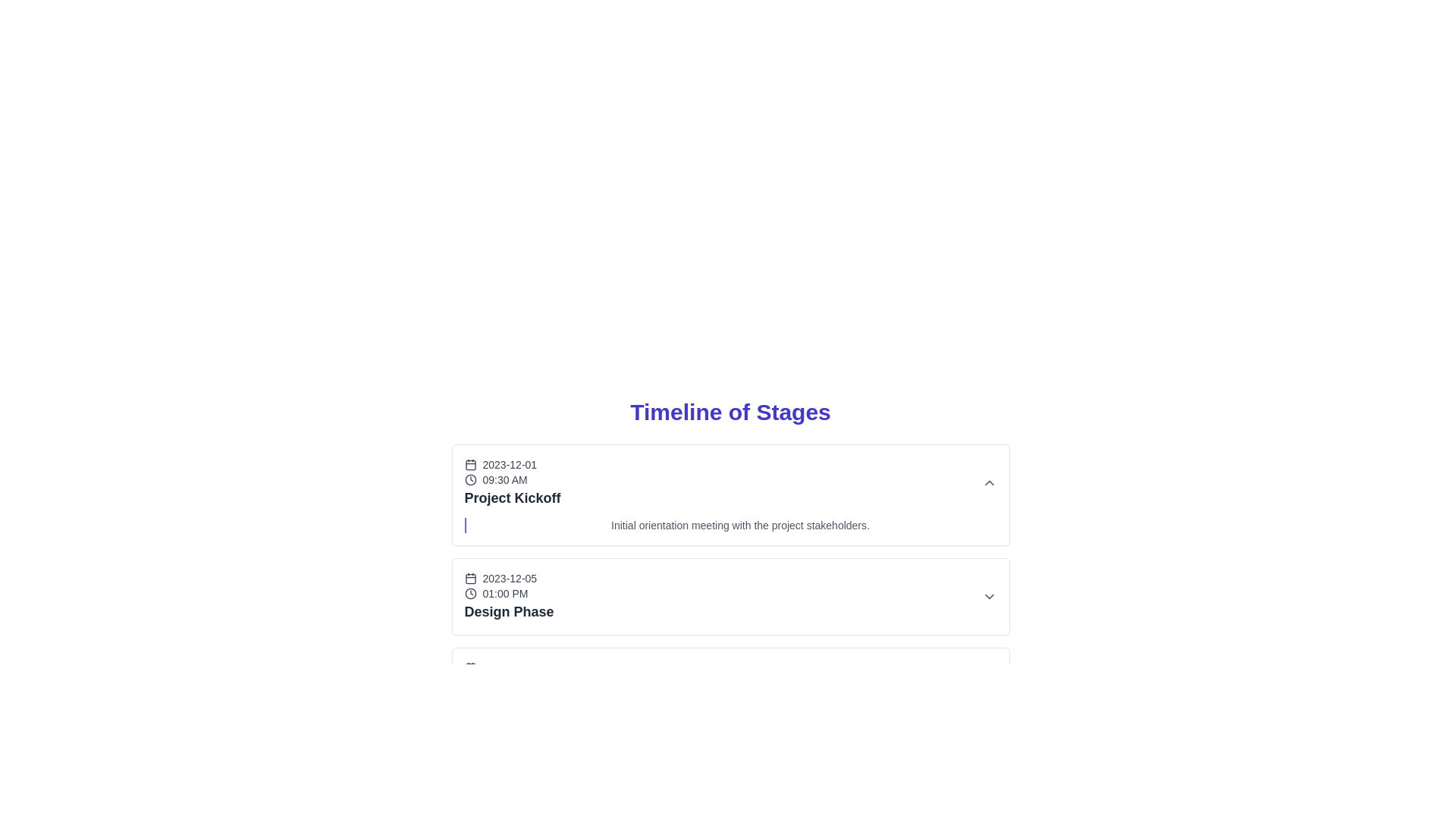 The width and height of the screenshot is (1456, 819). Describe the element at coordinates (730, 595) in the screenshot. I see `the 'Design Phase' panel` at that location.